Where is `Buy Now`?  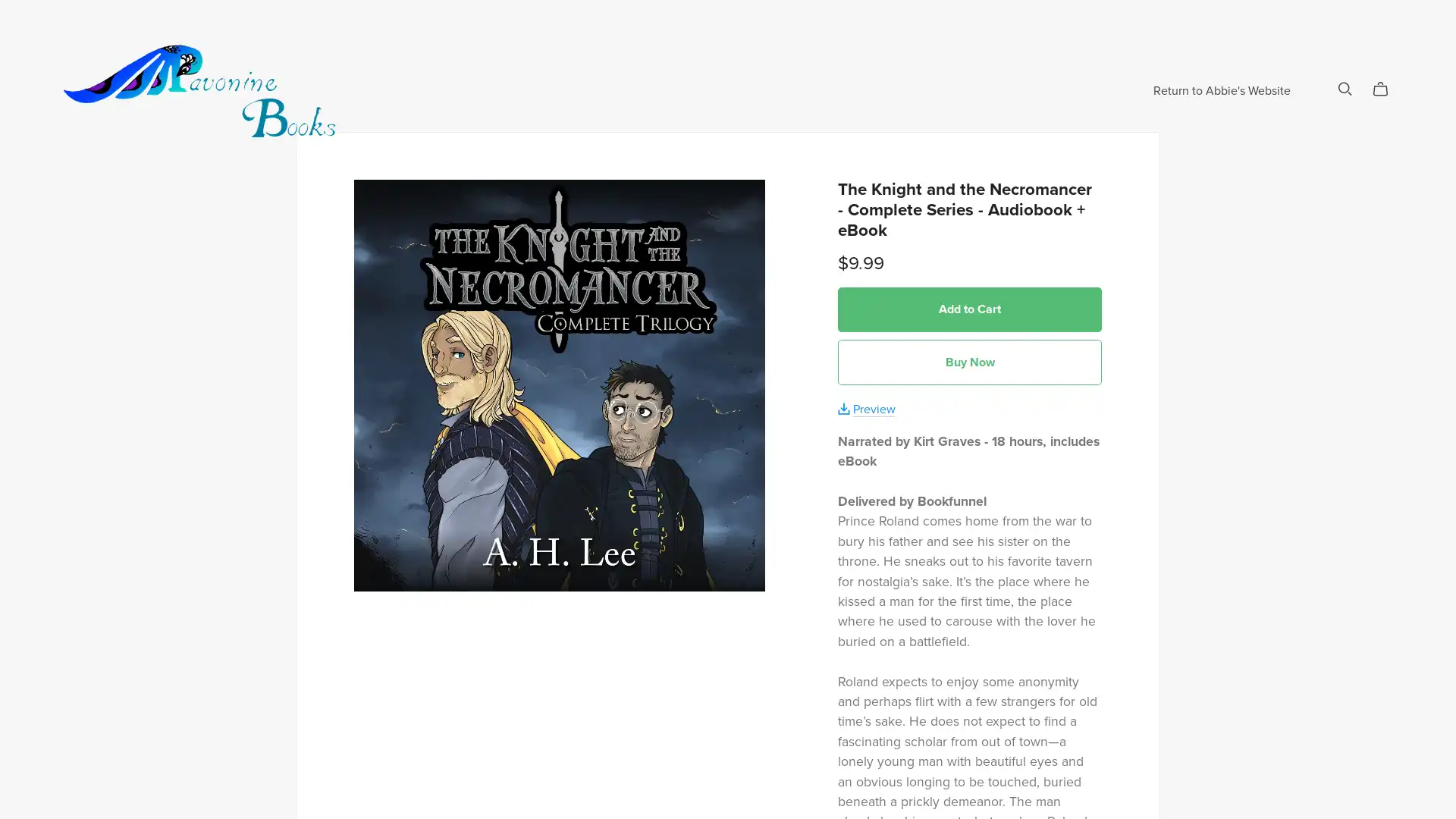
Buy Now is located at coordinates (968, 413).